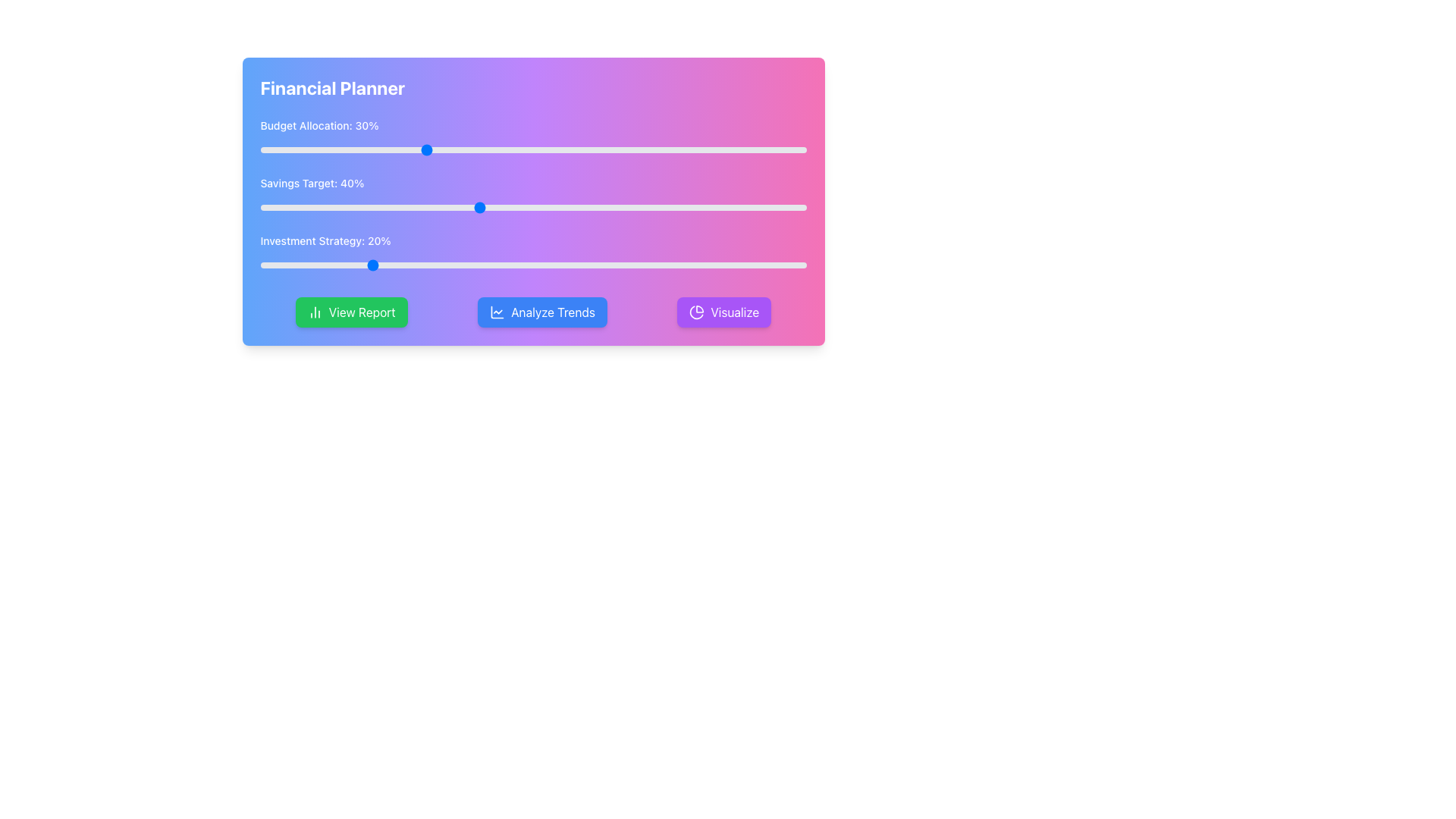 The image size is (1456, 819). What do you see at coordinates (407, 149) in the screenshot?
I see `the slider value` at bounding box center [407, 149].